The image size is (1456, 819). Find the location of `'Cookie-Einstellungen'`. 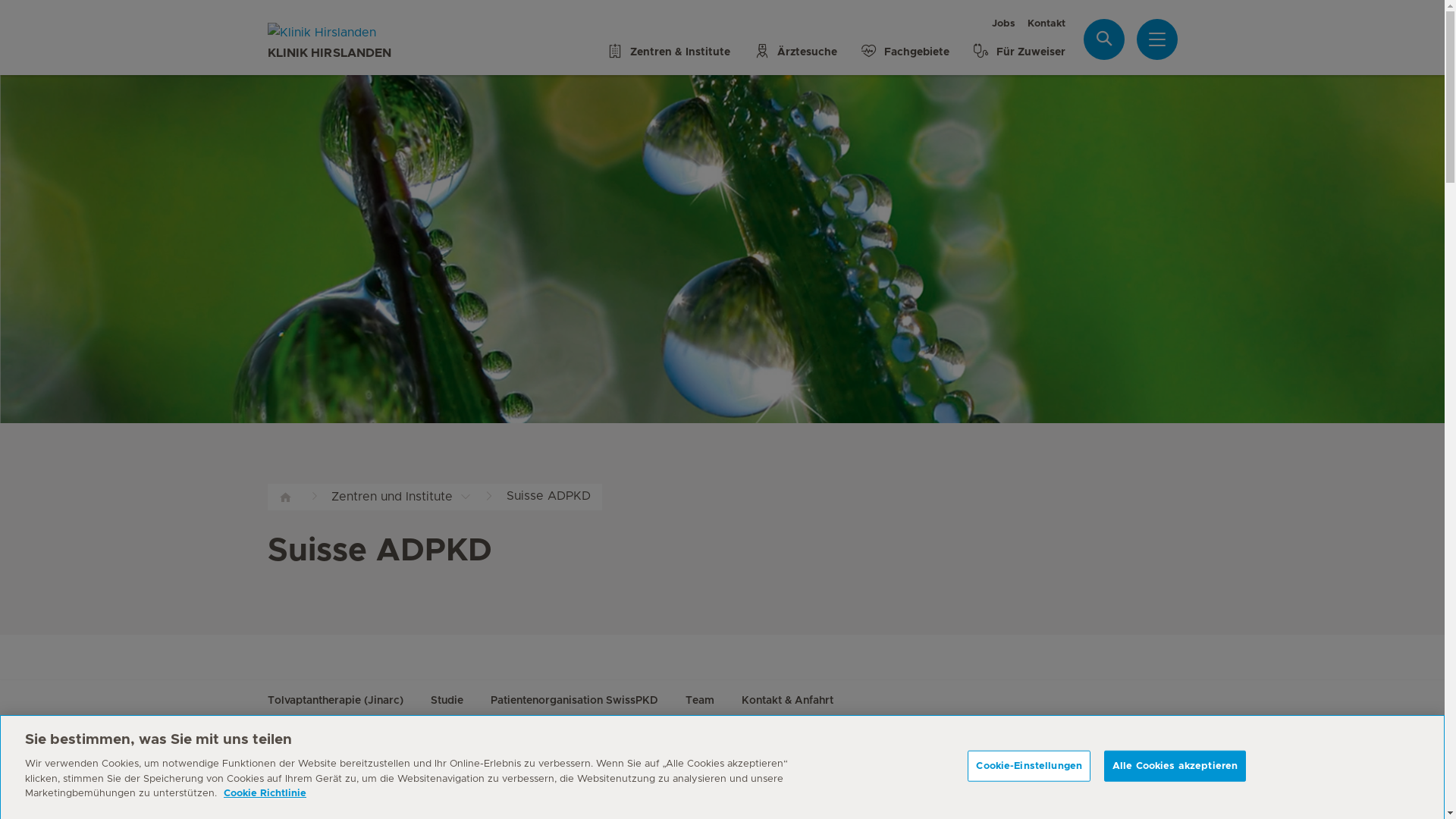

'Cookie-Einstellungen' is located at coordinates (1029, 766).